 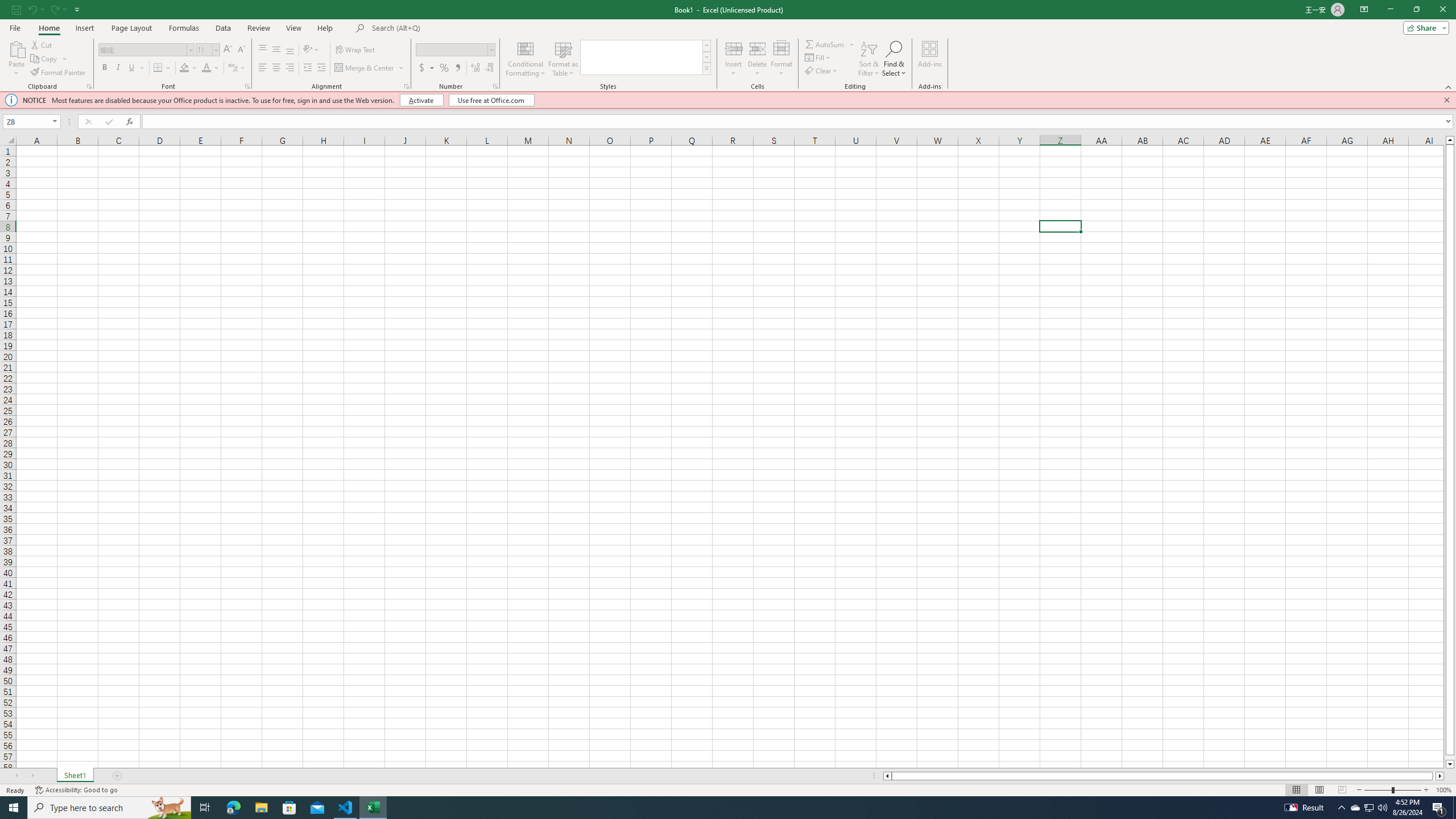 What do you see at coordinates (475, 67) in the screenshot?
I see `'Increase Decimal'` at bounding box center [475, 67].